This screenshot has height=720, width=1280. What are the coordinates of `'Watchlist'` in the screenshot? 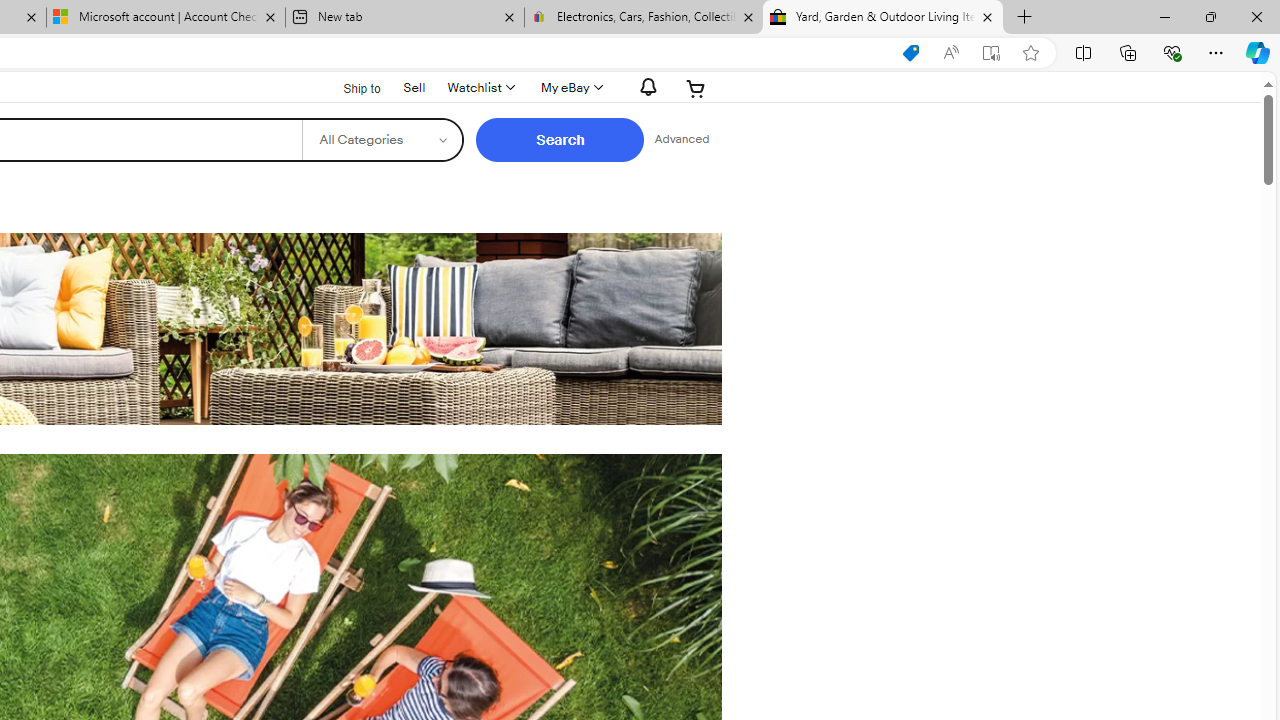 It's located at (480, 87).